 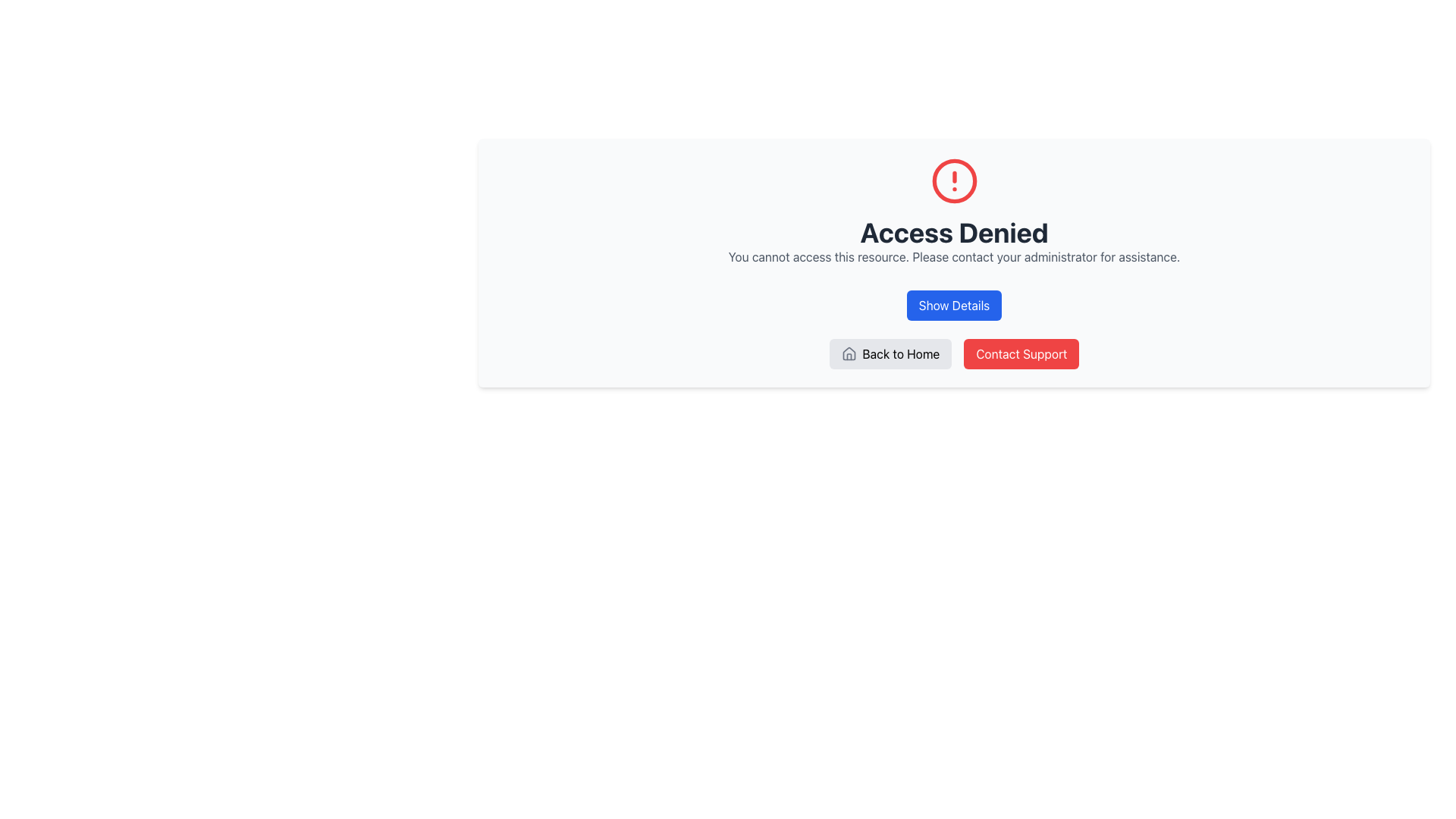 What do you see at coordinates (848, 353) in the screenshot?
I see `the back icon within the 'Back to Home' button located in the bottom-left section of the light gray notification area` at bounding box center [848, 353].